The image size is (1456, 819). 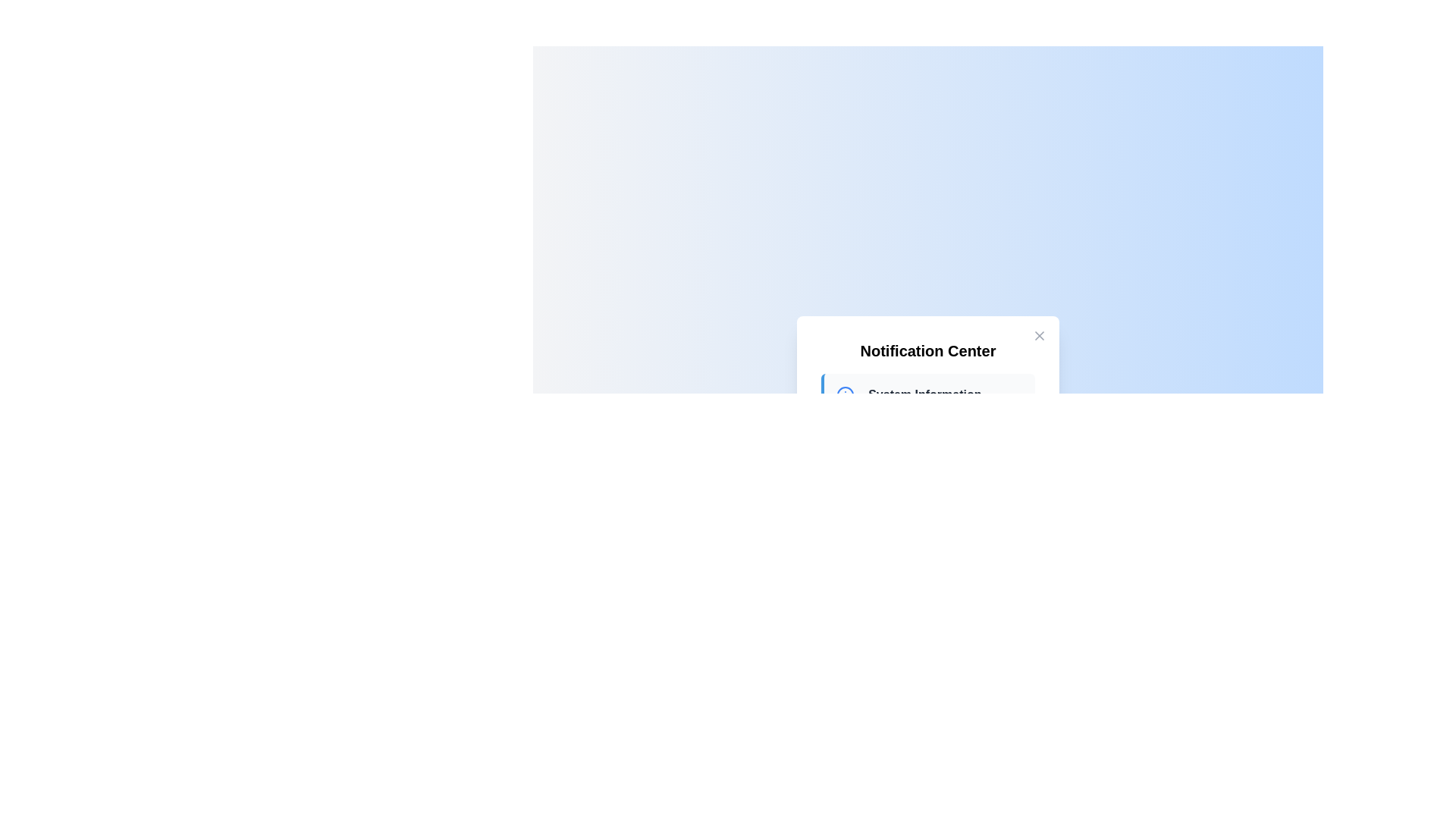 I want to click on the icon that serves as a visual indicator for user-relevant information, located to the left of the 'System Information' text in the notification panel, so click(x=844, y=394).